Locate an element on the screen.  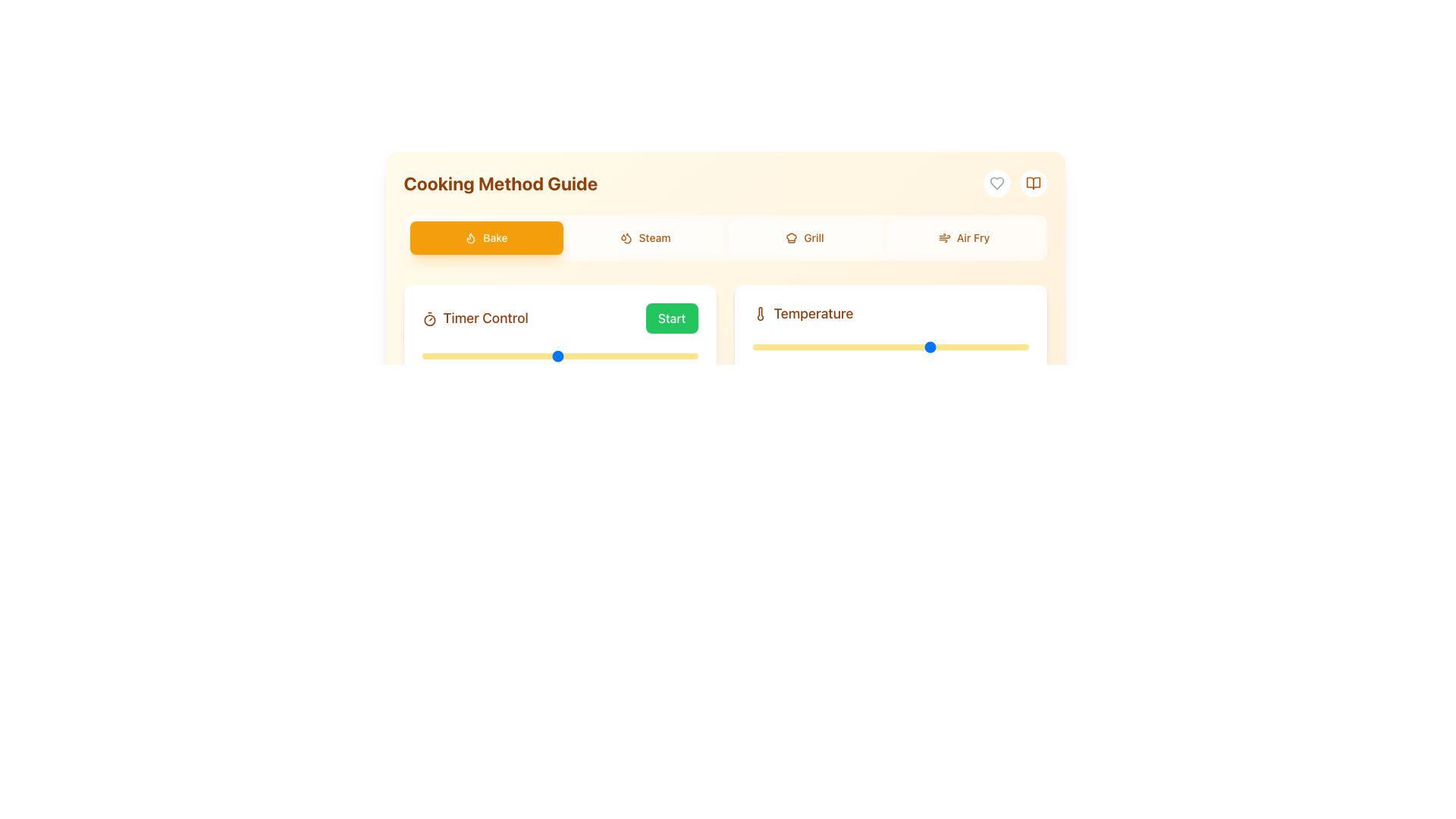
the temperature slider is located at coordinates (839, 347).